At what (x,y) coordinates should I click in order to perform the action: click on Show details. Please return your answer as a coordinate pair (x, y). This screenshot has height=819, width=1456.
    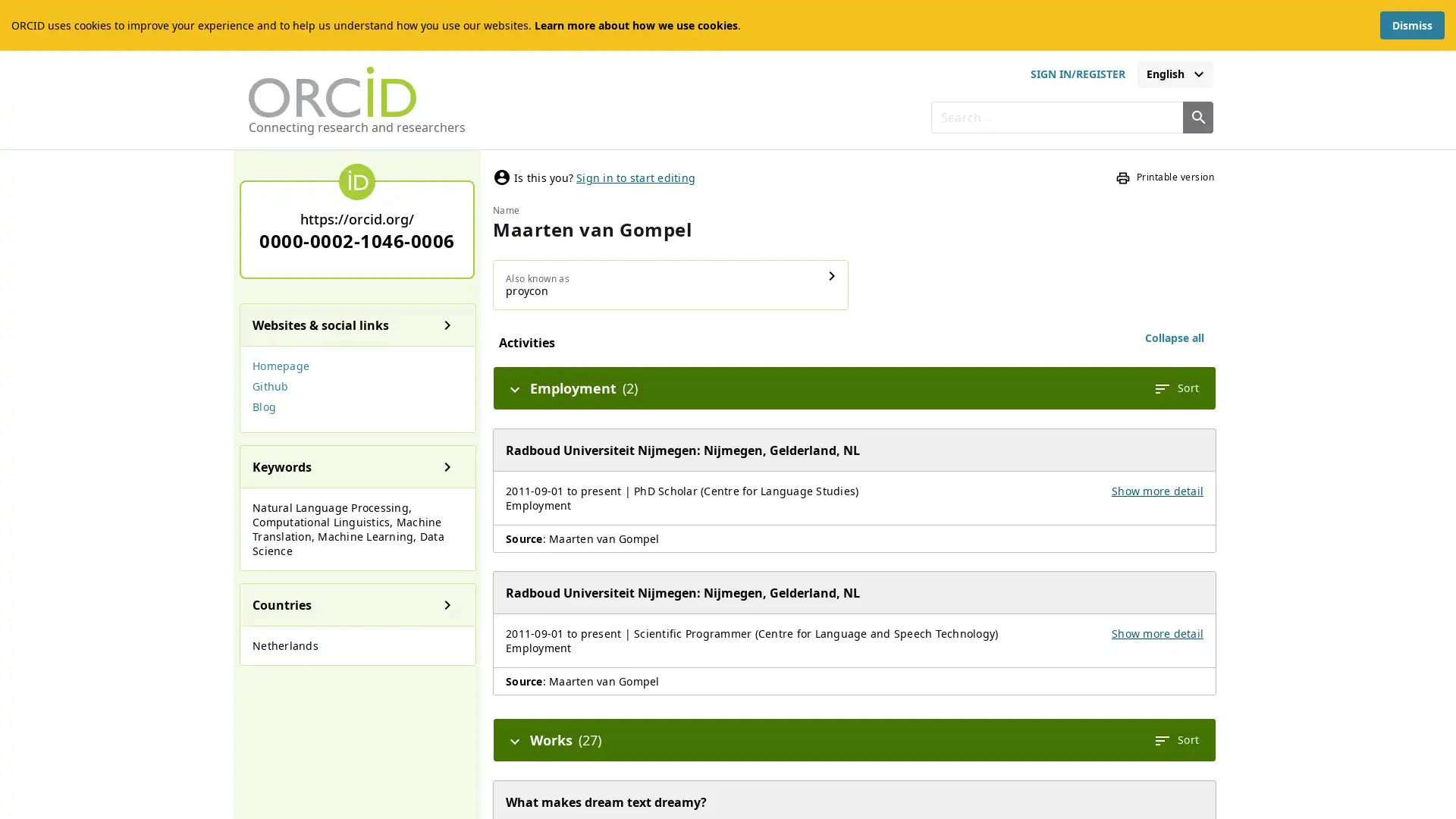
    Looking at the image, I should click on (447, 465).